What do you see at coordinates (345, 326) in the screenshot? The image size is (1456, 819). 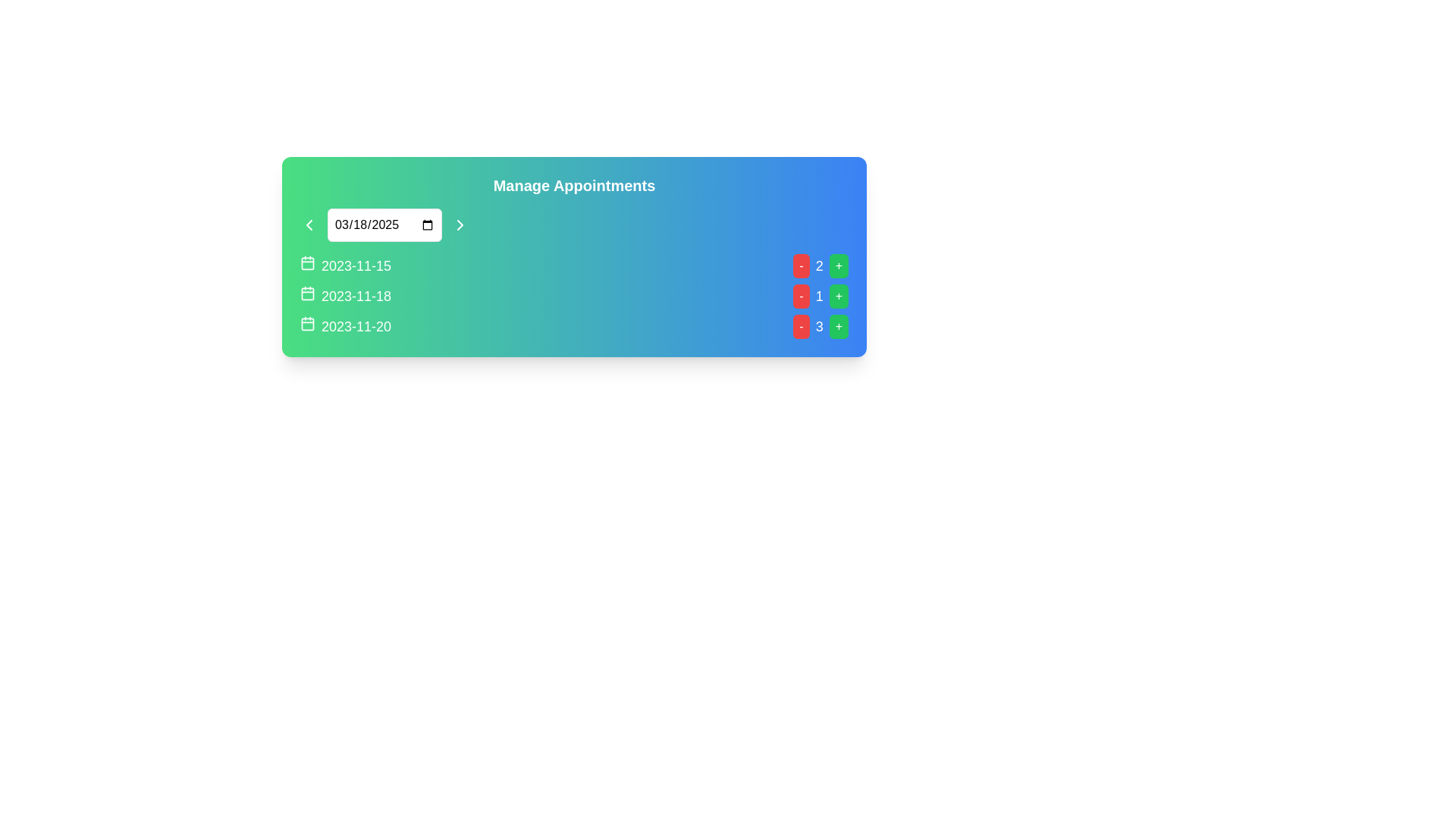 I see `date information displayed in the third entry of the date list on the left-hand side of the 'Manage Appointments' interface, which is located below the '2023-11-18' date item` at bounding box center [345, 326].